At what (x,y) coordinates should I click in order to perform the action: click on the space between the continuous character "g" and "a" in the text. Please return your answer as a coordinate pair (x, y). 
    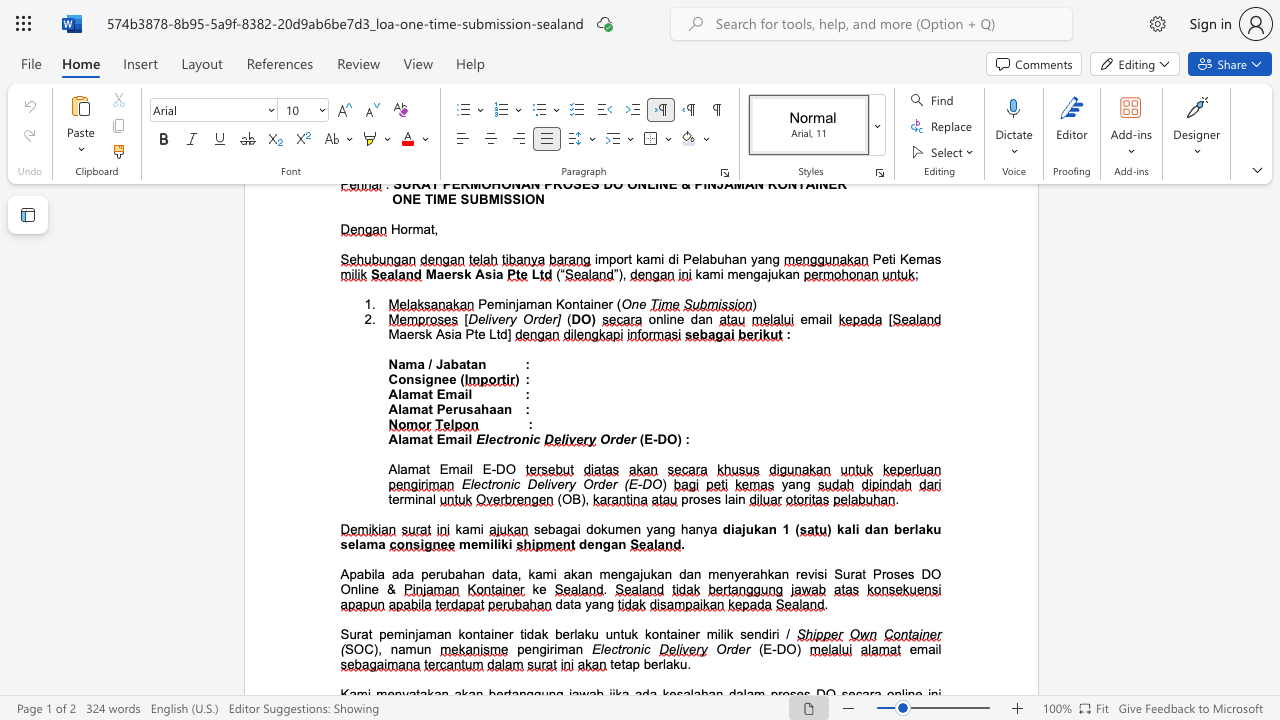
    Looking at the image, I should click on (569, 528).